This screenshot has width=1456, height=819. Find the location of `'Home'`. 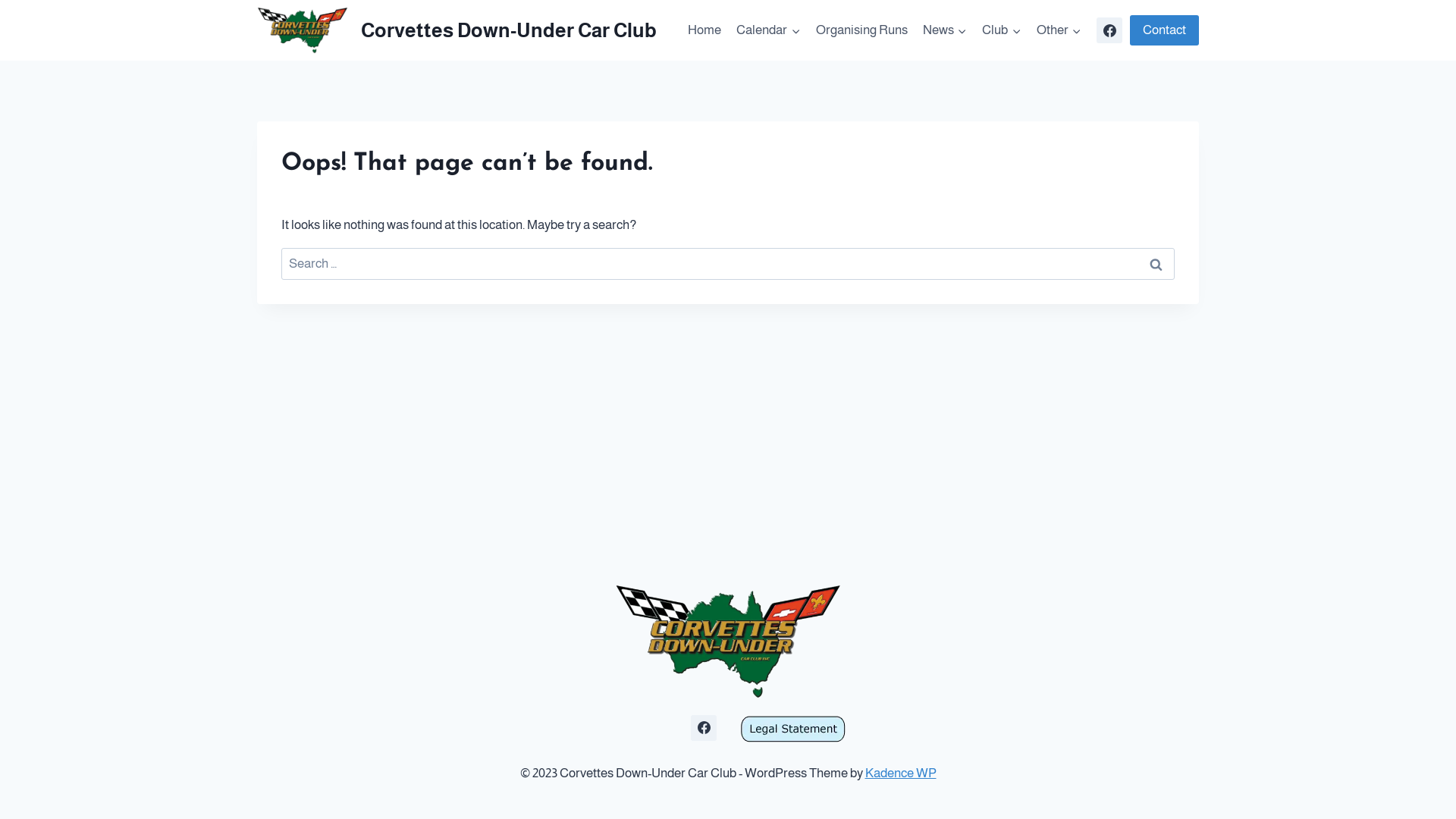

'Home' is located at coordinates (704, 30).